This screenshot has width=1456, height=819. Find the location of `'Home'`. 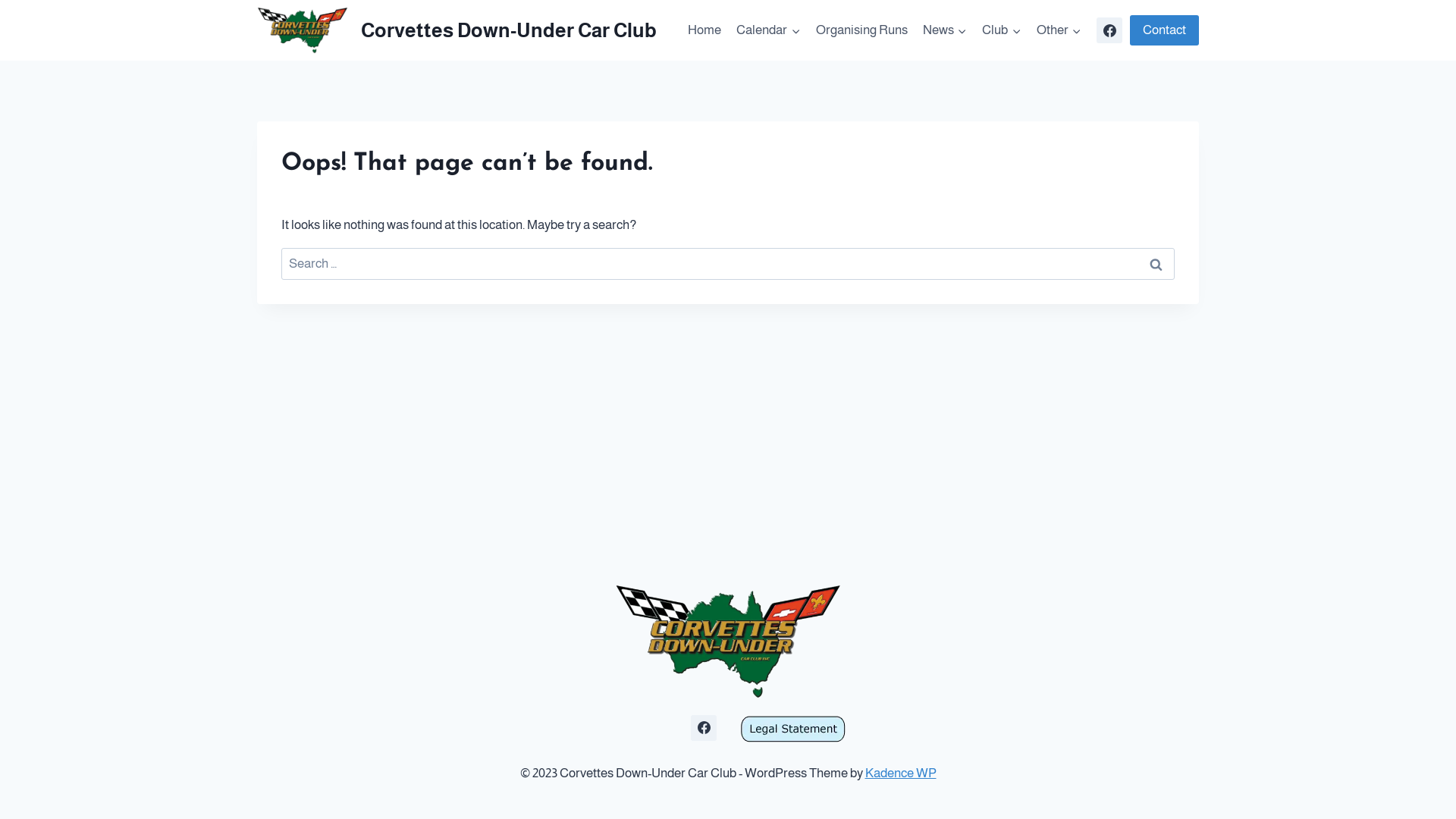

'Home' is located at coordinates (704, 30).